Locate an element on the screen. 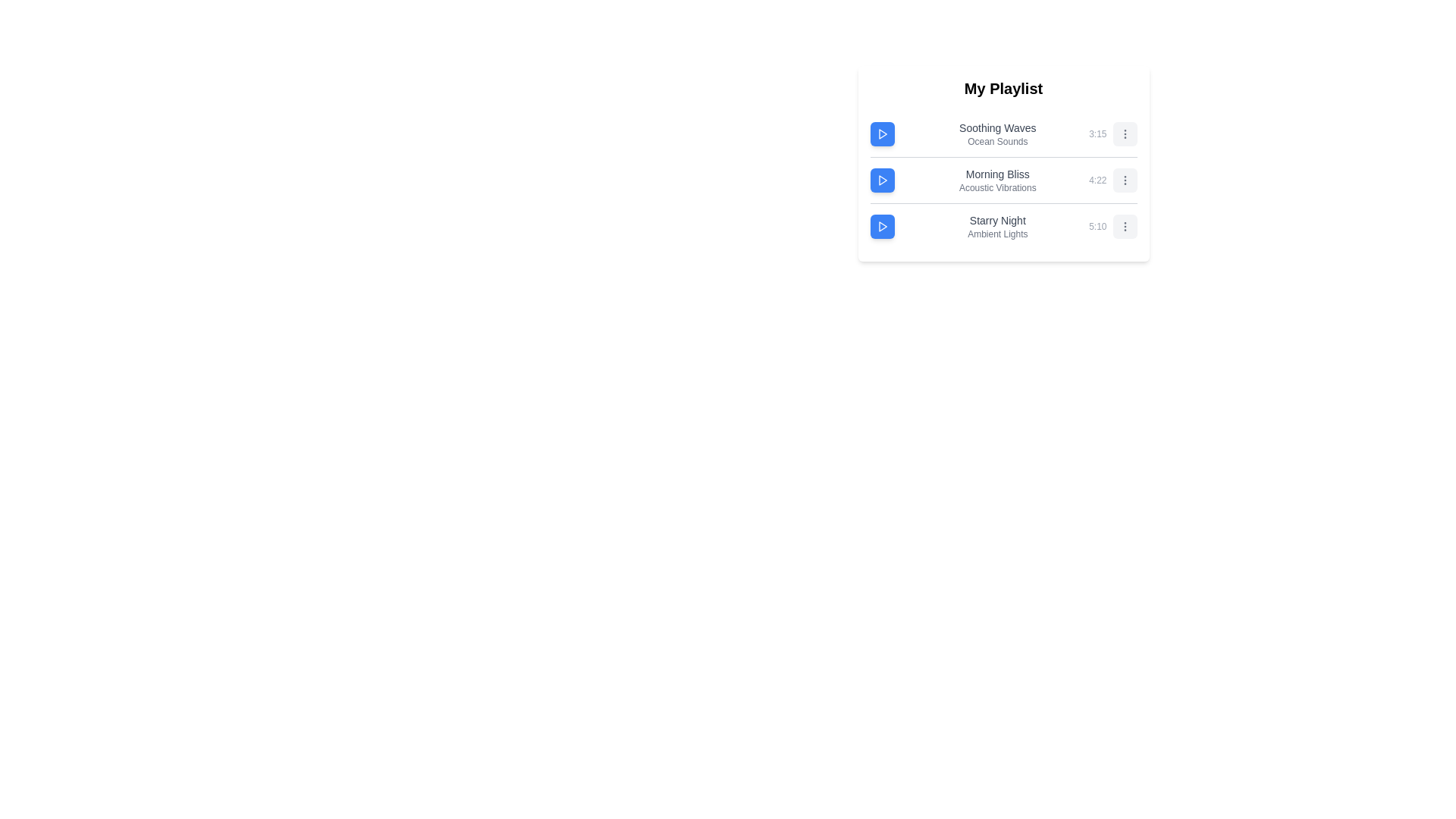  the small blue triangular play button icon located on the left side of the second item in the vertical list of audio tracks is located at coordinates (883, 180).